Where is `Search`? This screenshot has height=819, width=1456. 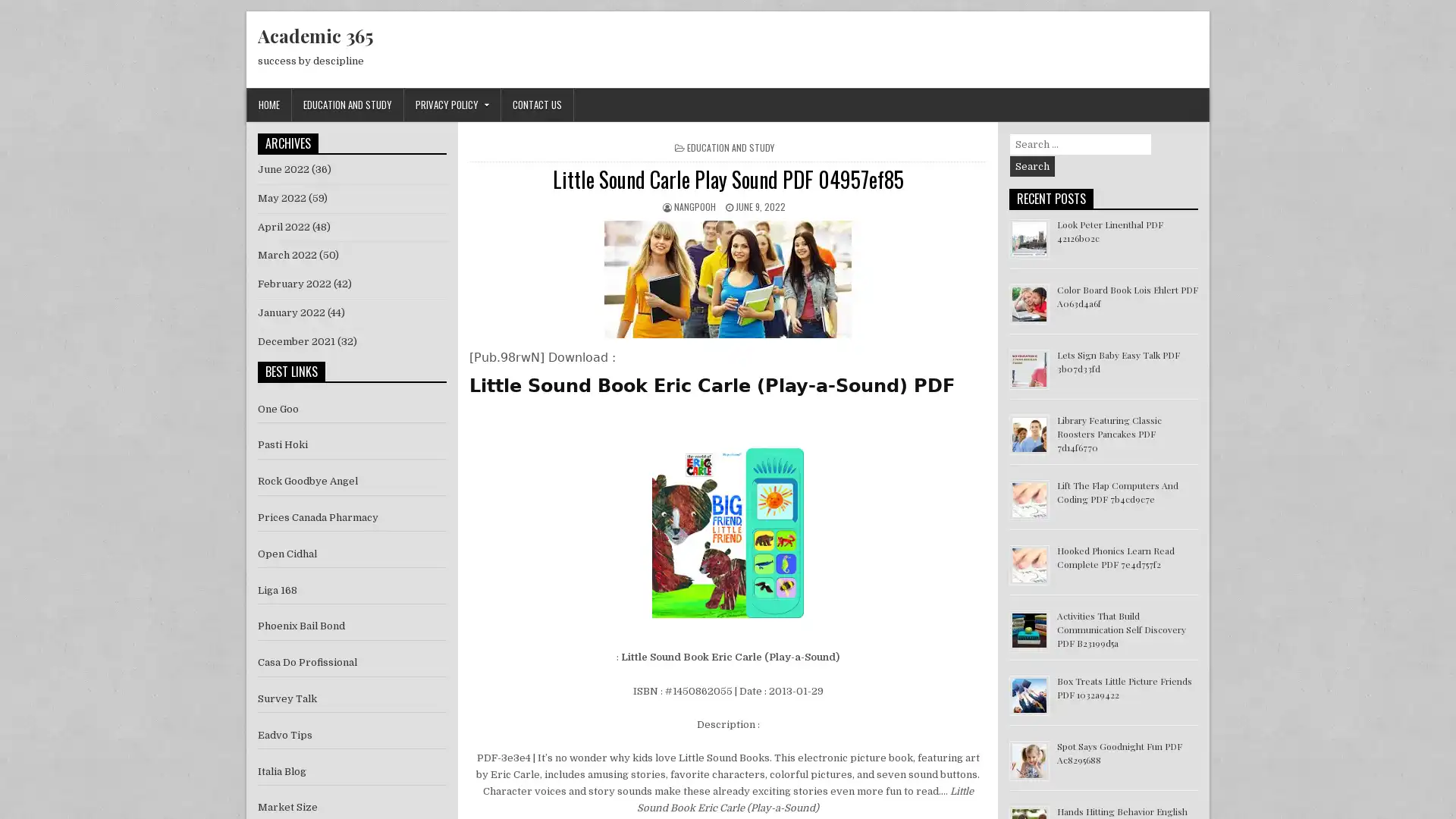 Search is located at coordinates (1031, 166).